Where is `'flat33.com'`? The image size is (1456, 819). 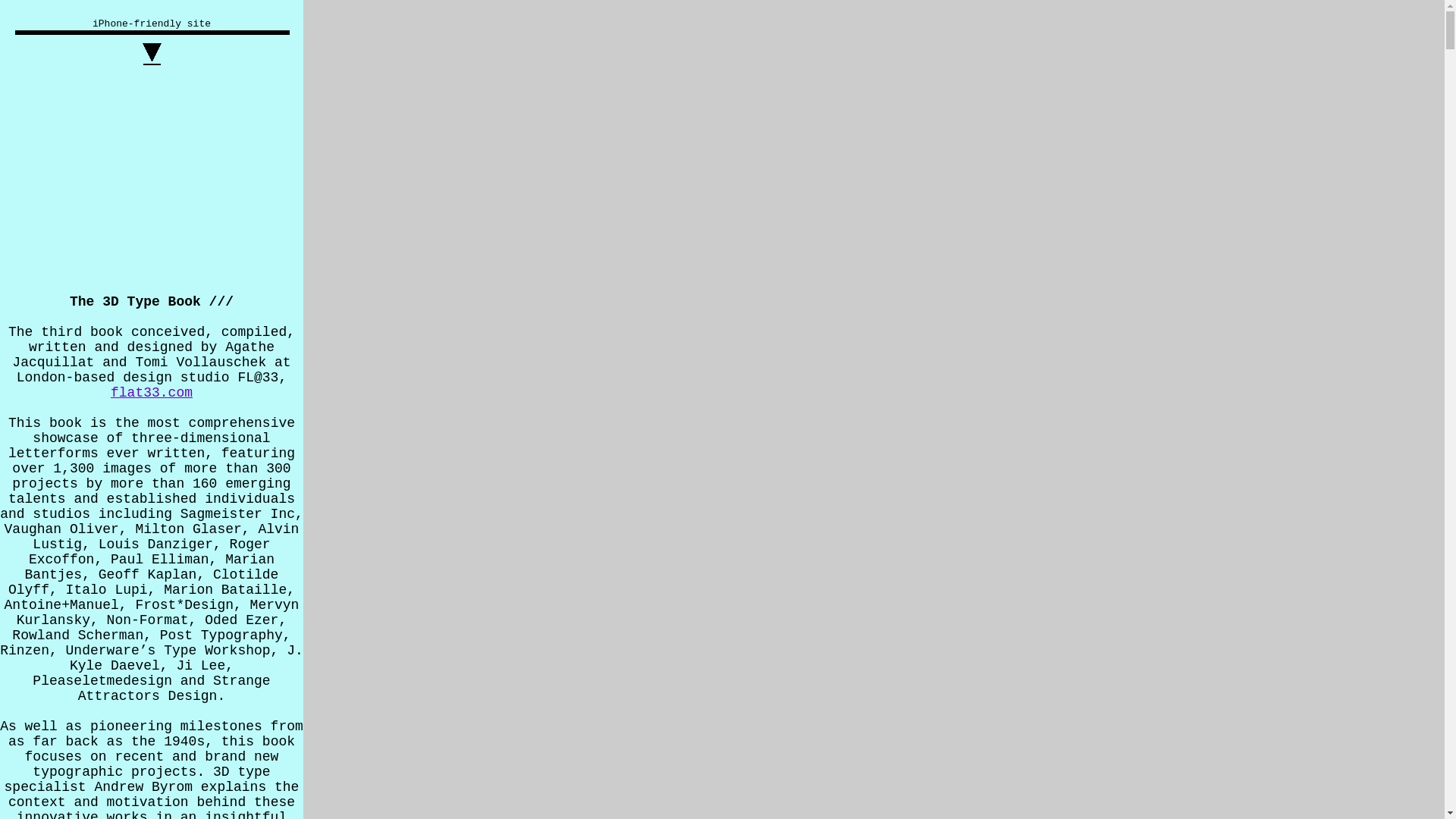 'flat33.com' is located at coordinates (152, 391).